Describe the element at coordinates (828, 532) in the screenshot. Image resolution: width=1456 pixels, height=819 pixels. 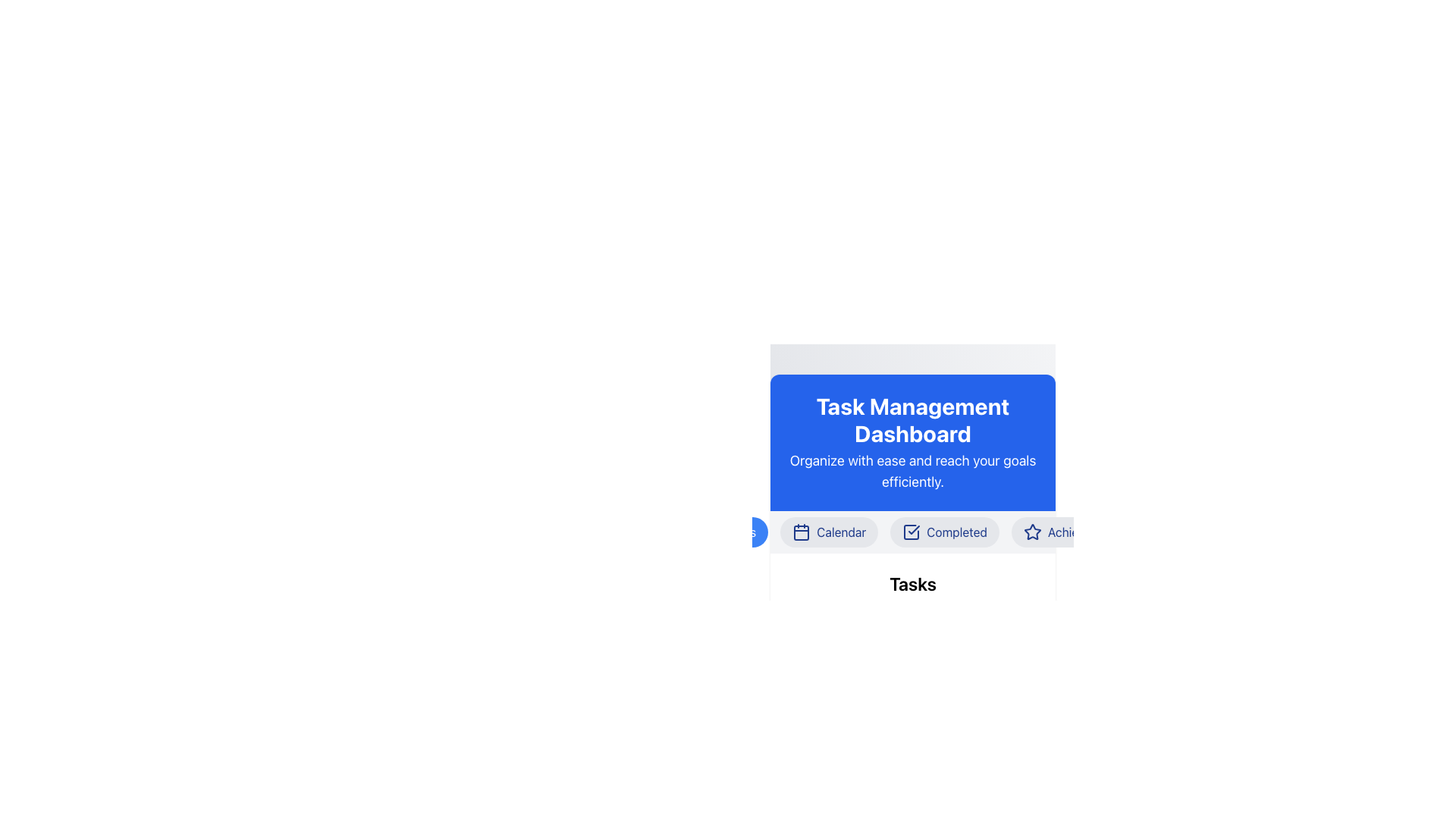
I see `the 'Calendar' button with a dark blue calendar icon located in the horizontal navigation menu below the 'Task Management Dashboard' title` at that location.